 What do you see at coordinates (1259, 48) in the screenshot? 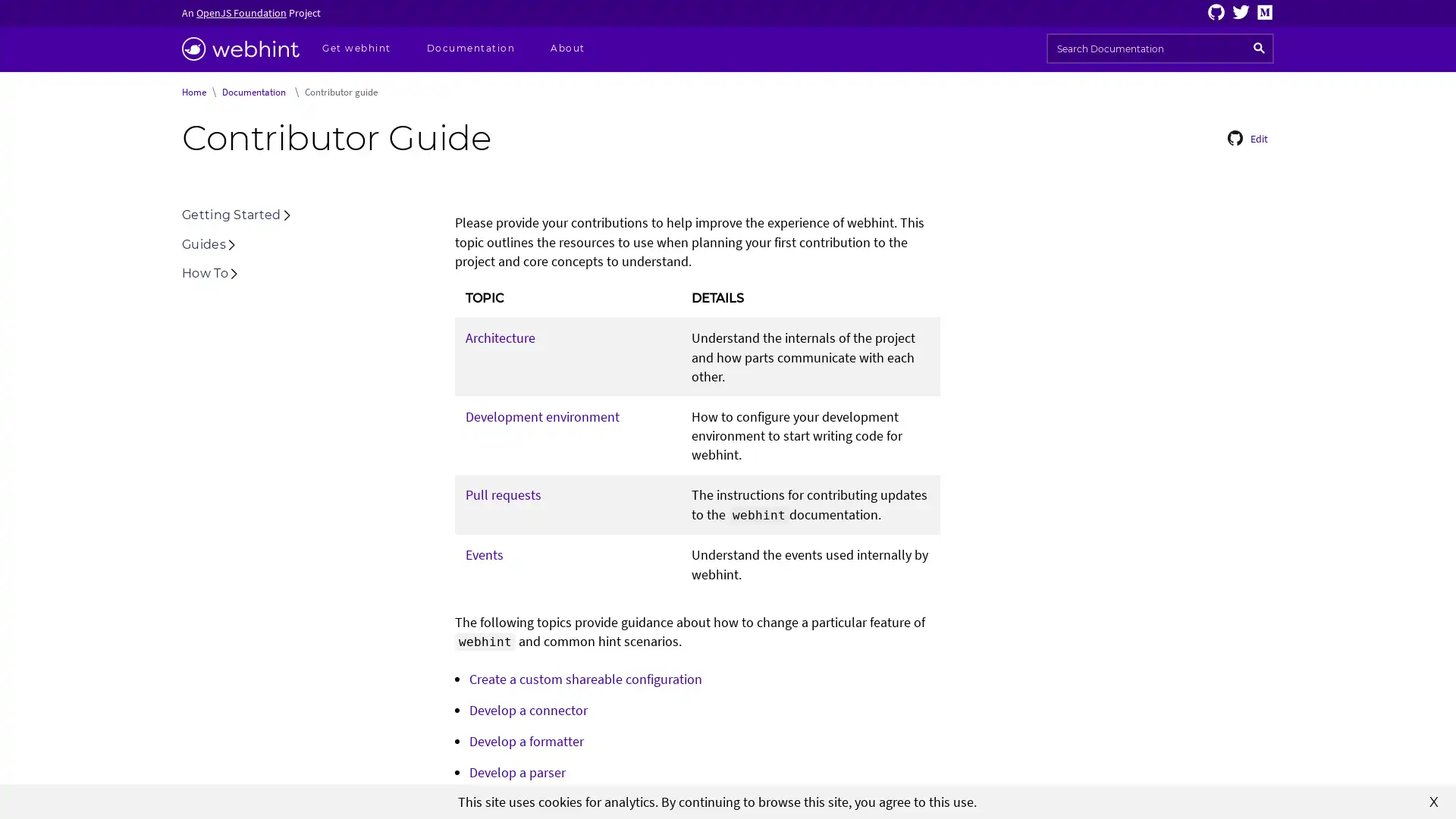
I see `search` at bounding box center [1259, 48].